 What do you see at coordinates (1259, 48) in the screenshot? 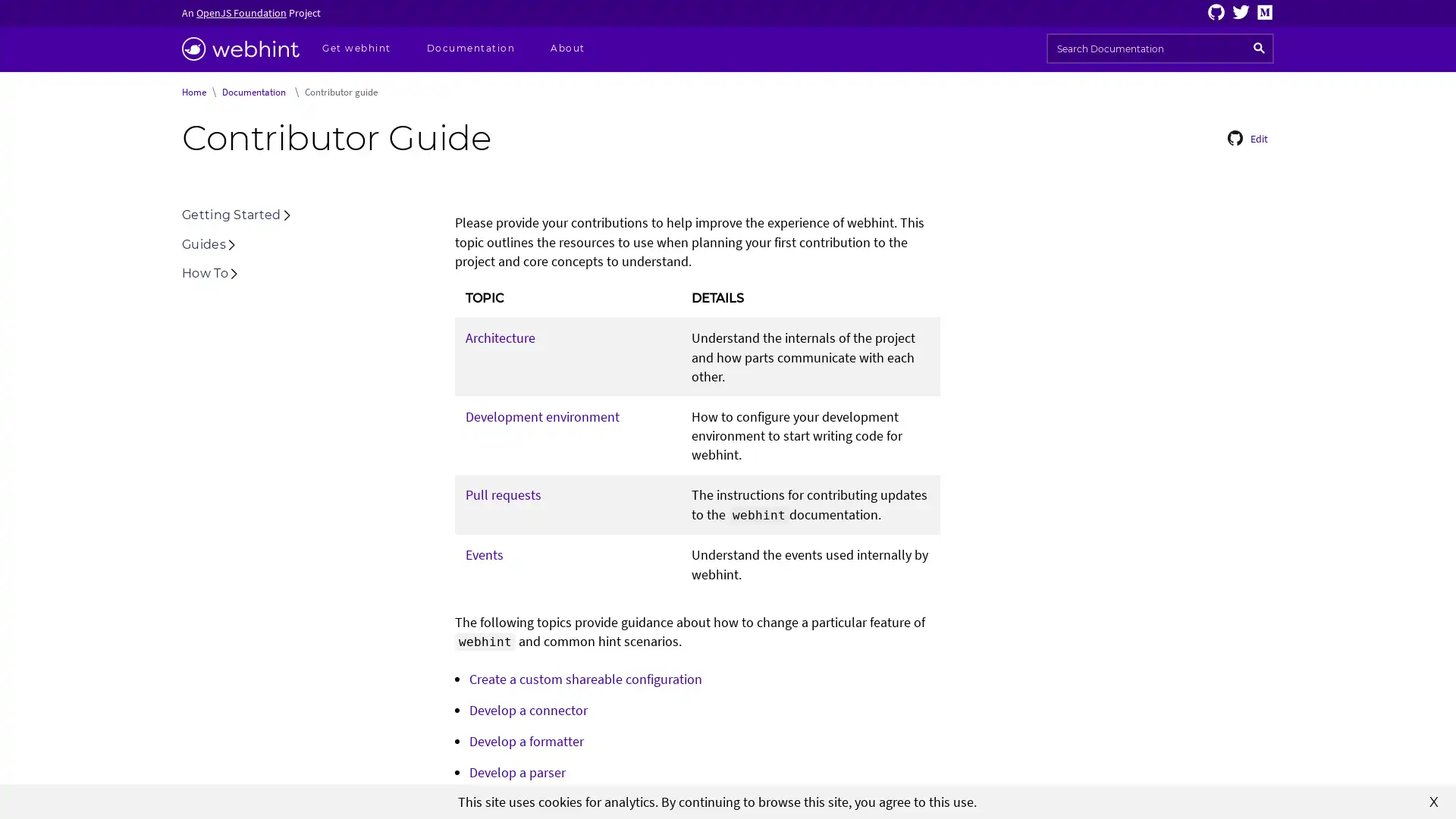
I see `search` at bounding box center [1259, 48].